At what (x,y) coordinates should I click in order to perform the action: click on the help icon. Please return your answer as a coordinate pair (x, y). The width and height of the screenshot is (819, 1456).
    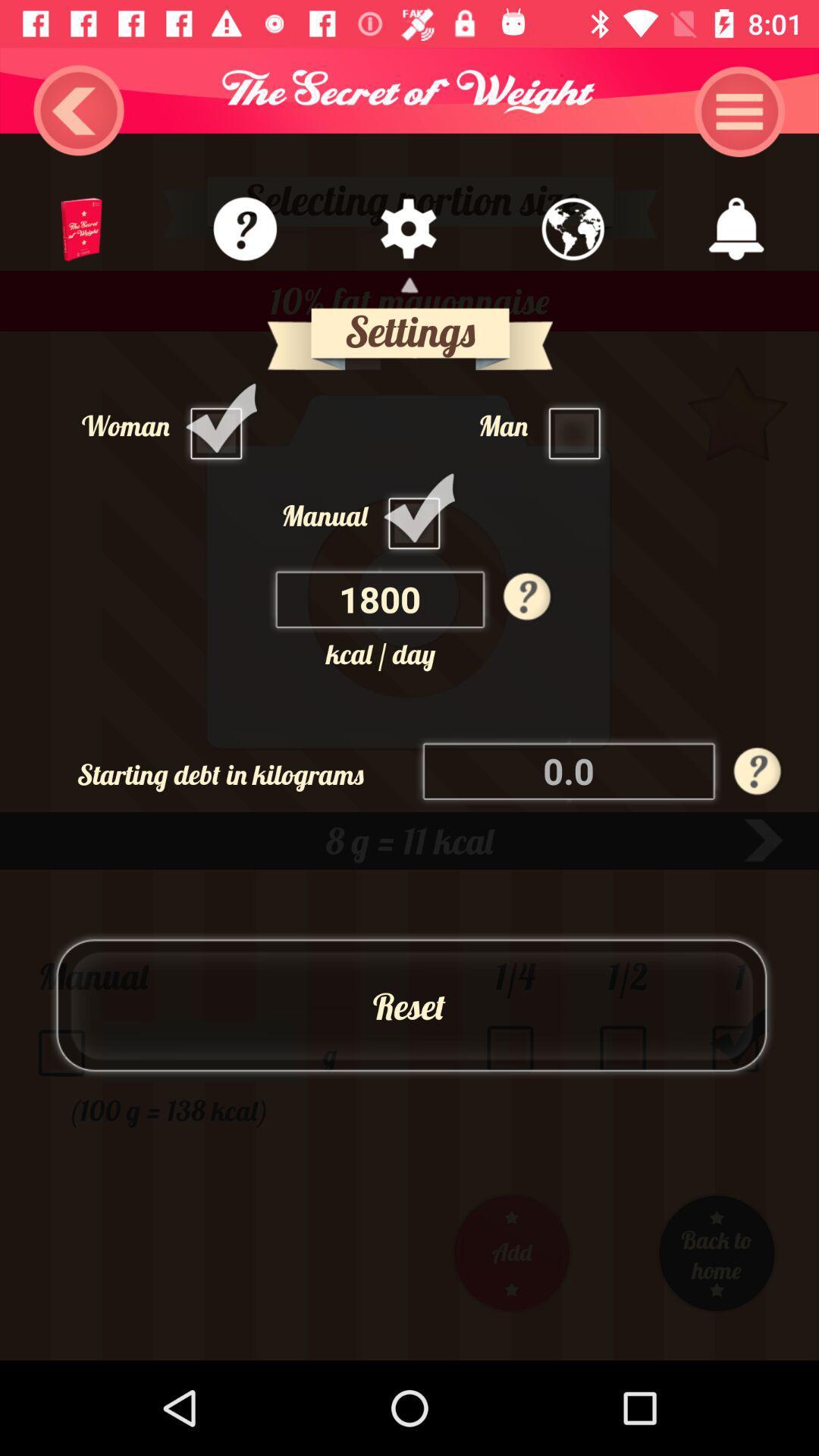
    Looking at the image, I should click on (758, 770).